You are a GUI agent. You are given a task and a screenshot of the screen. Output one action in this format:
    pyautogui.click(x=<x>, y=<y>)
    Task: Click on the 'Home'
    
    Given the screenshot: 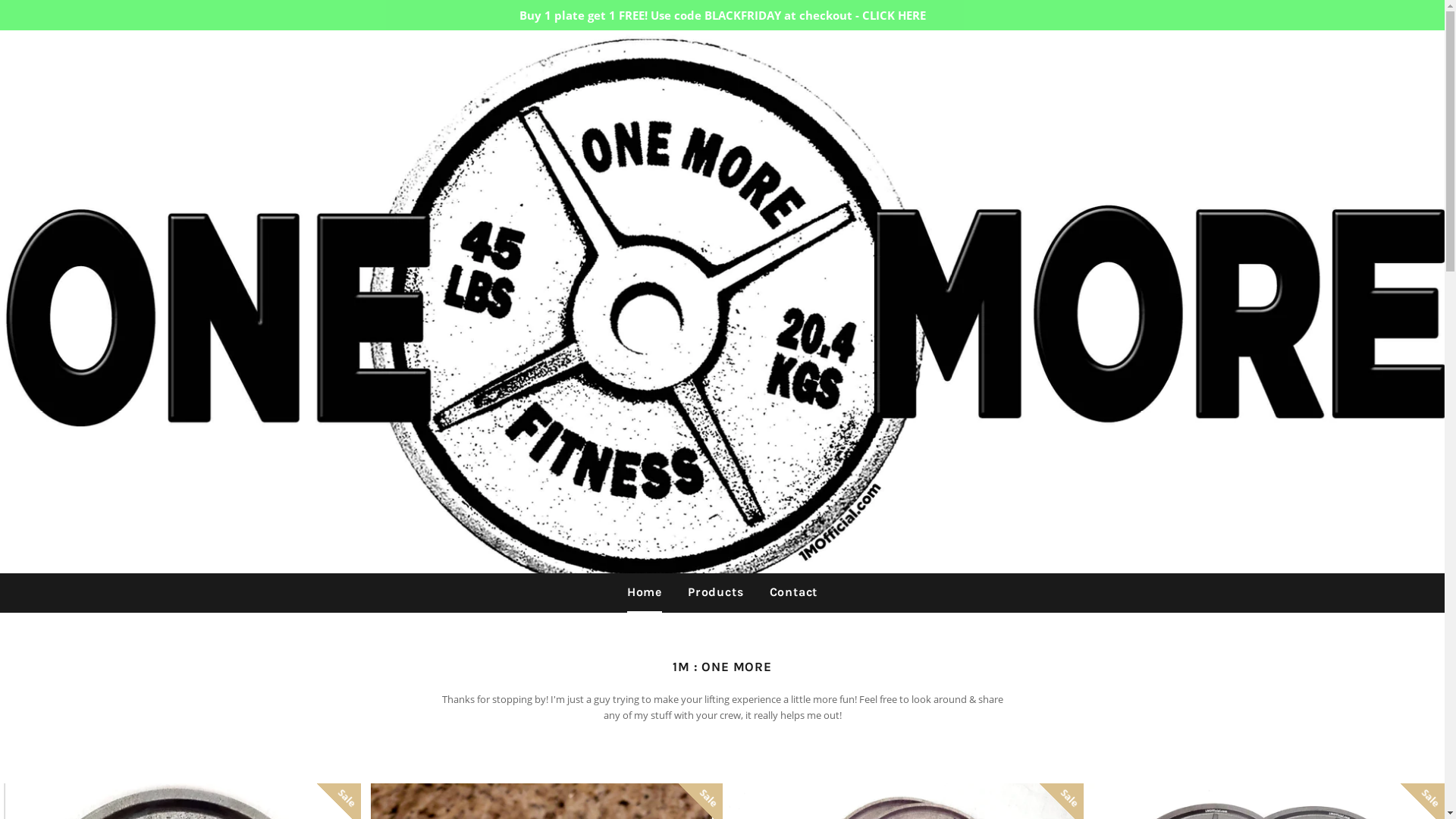 What is the action you would take?
    pyautogui.click(x=644, y=591)
    